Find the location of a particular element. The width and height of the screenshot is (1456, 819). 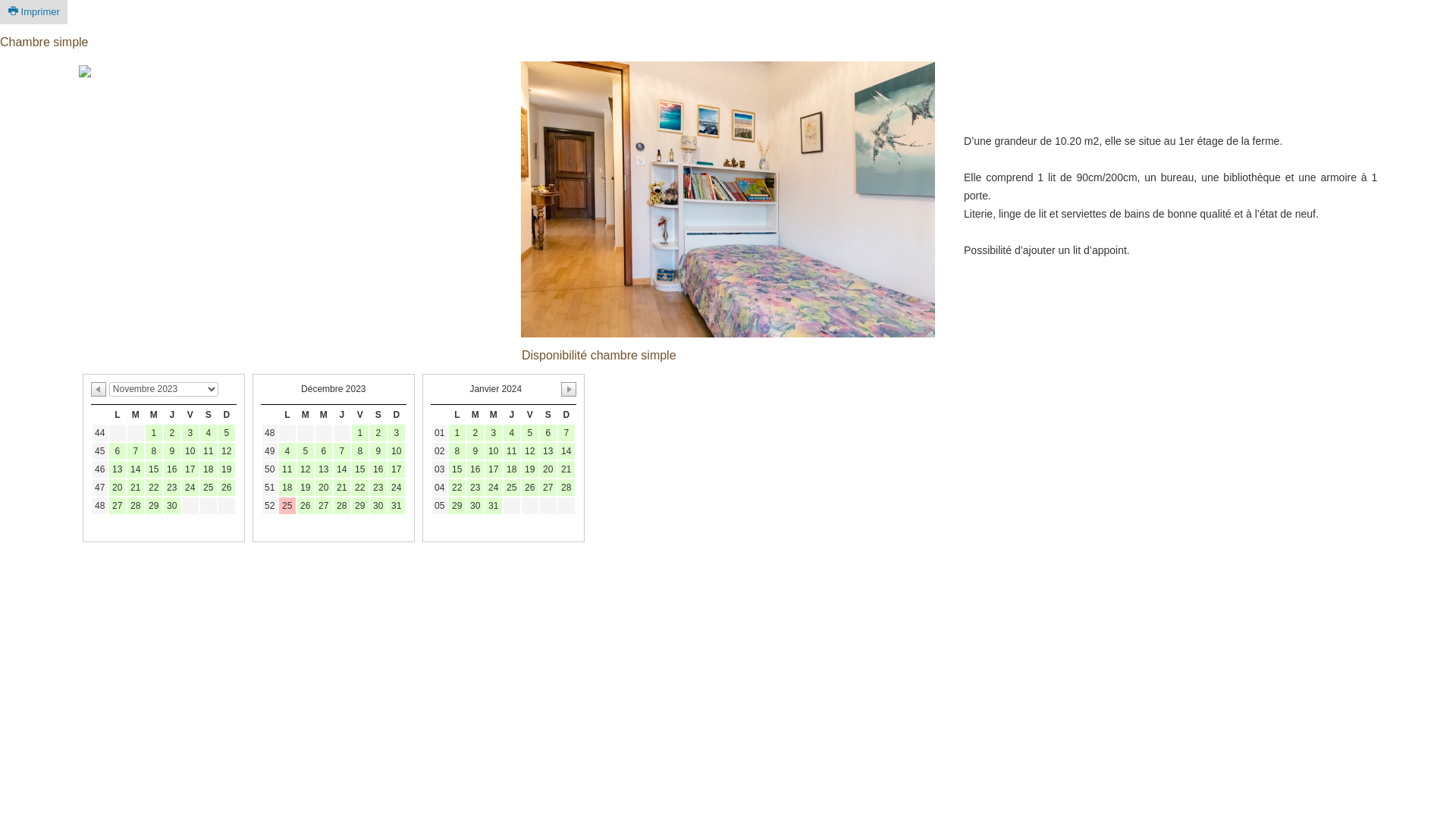

'Imprimer' is located at coordinates (33, 11).